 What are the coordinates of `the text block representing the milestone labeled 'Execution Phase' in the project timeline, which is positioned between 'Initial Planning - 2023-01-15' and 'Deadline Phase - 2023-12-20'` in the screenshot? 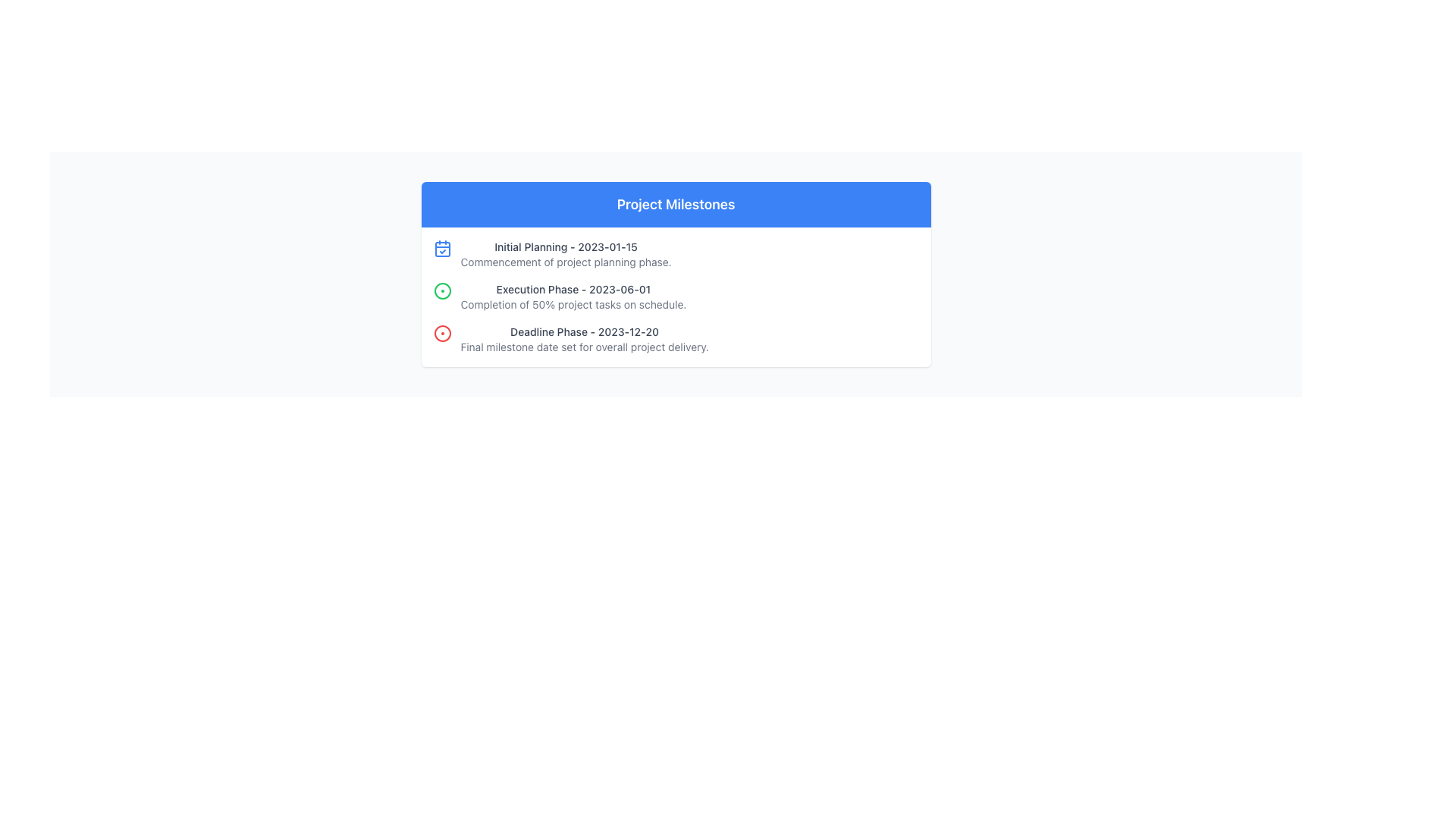 It's located at (573, 297).